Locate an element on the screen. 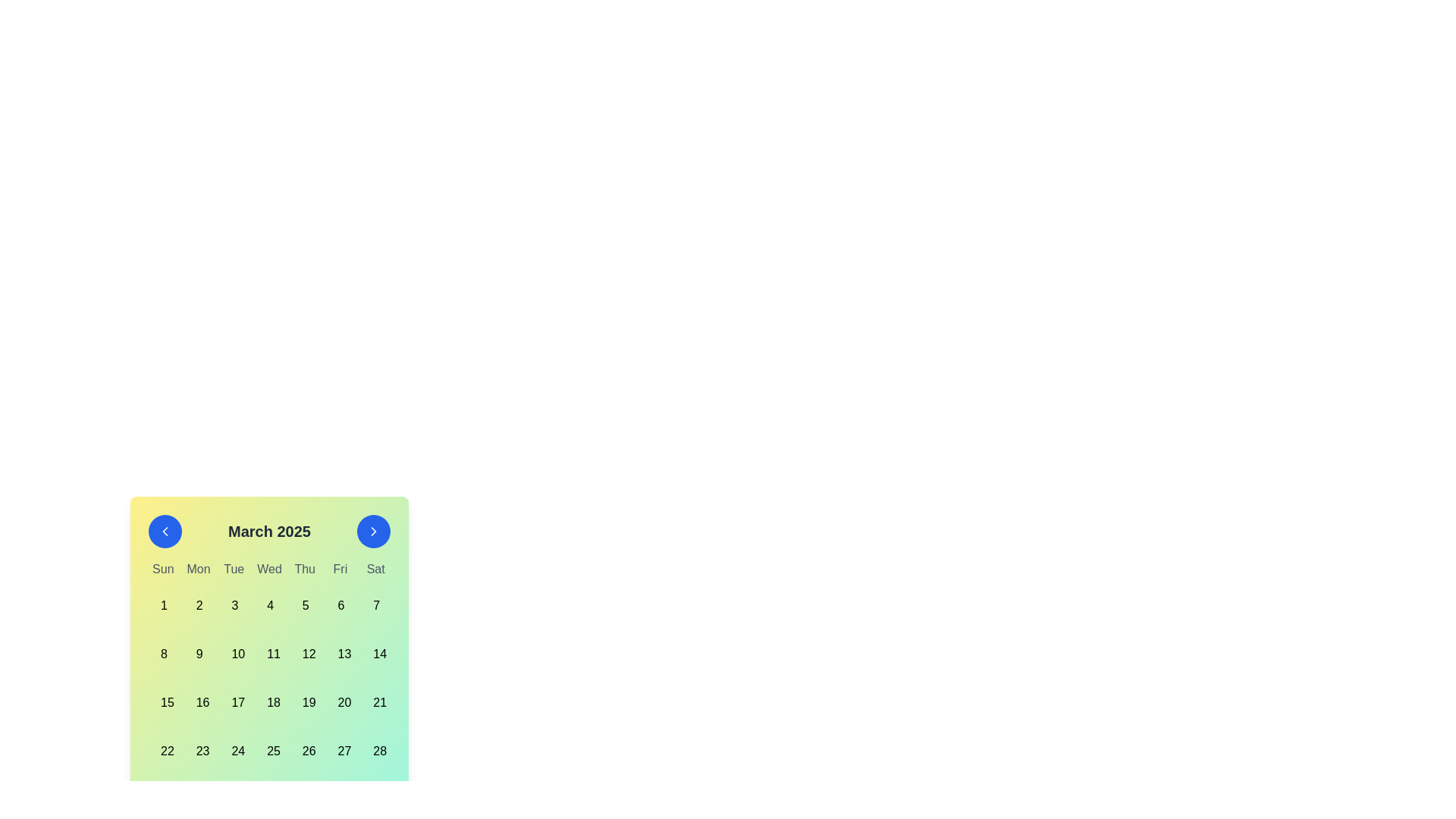 The width and height of the screenshot is (1456, 819). the text label that reads 'Tue', which is styled with medium font weight and gray color, located between 'Mon' and 'Wed' in the row of weekday labels is located at coordinates (233, 570).